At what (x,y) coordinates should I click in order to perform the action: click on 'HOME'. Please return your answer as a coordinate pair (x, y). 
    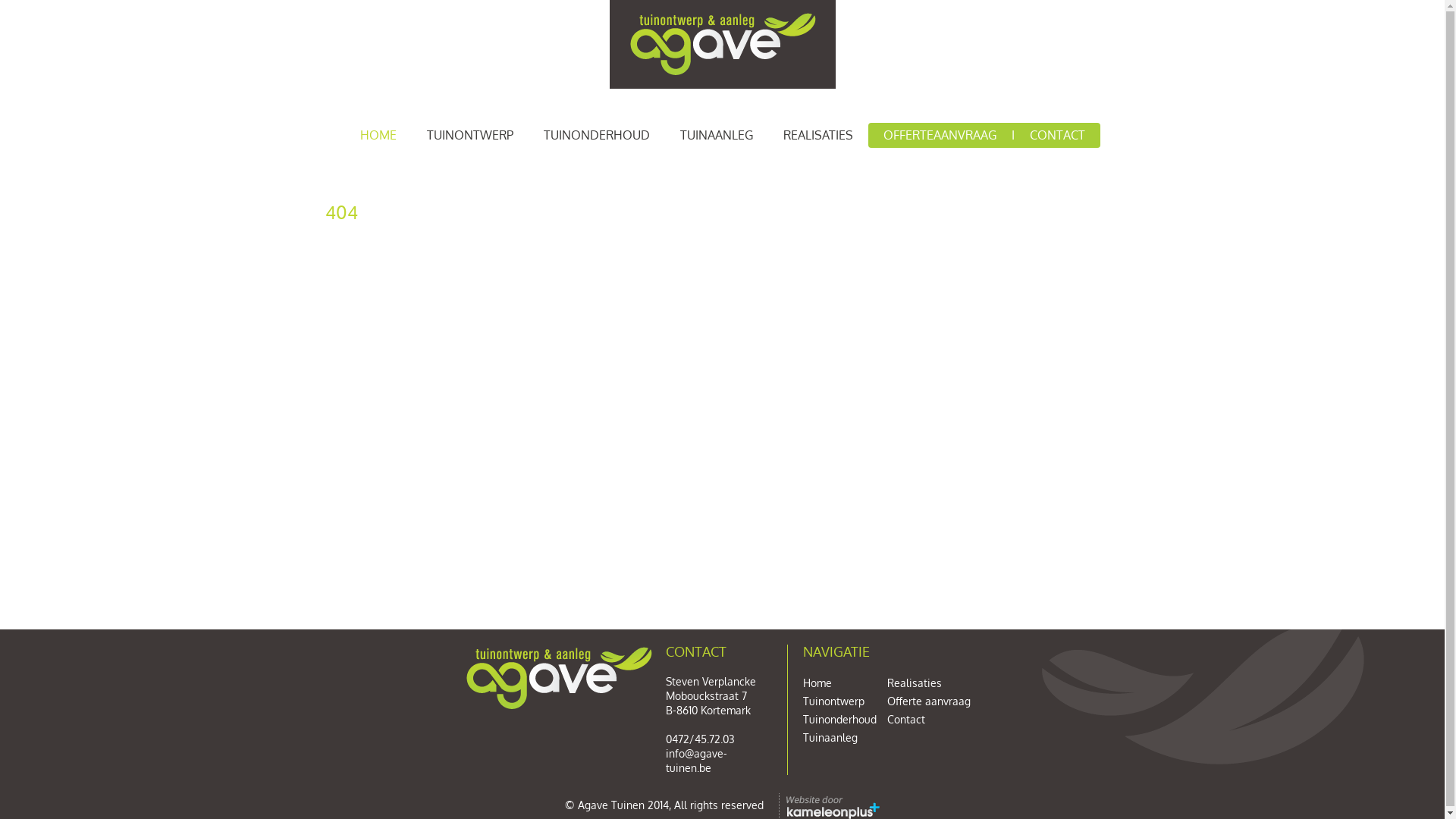
    Looking at the image, I should click on (378, 134).